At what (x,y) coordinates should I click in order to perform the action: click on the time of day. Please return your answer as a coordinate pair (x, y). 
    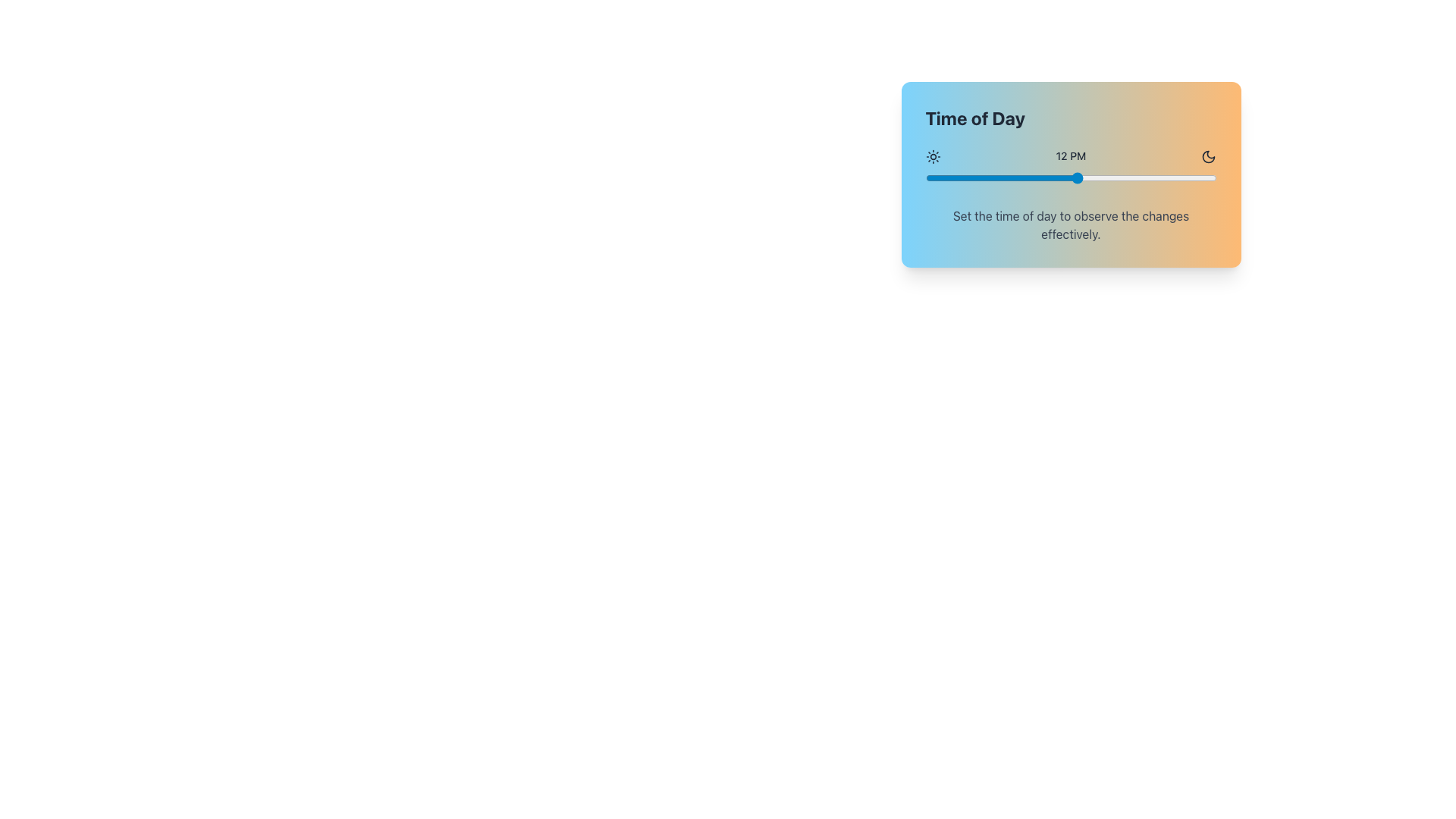
    Looking at the image, I should click on (1014, 177).